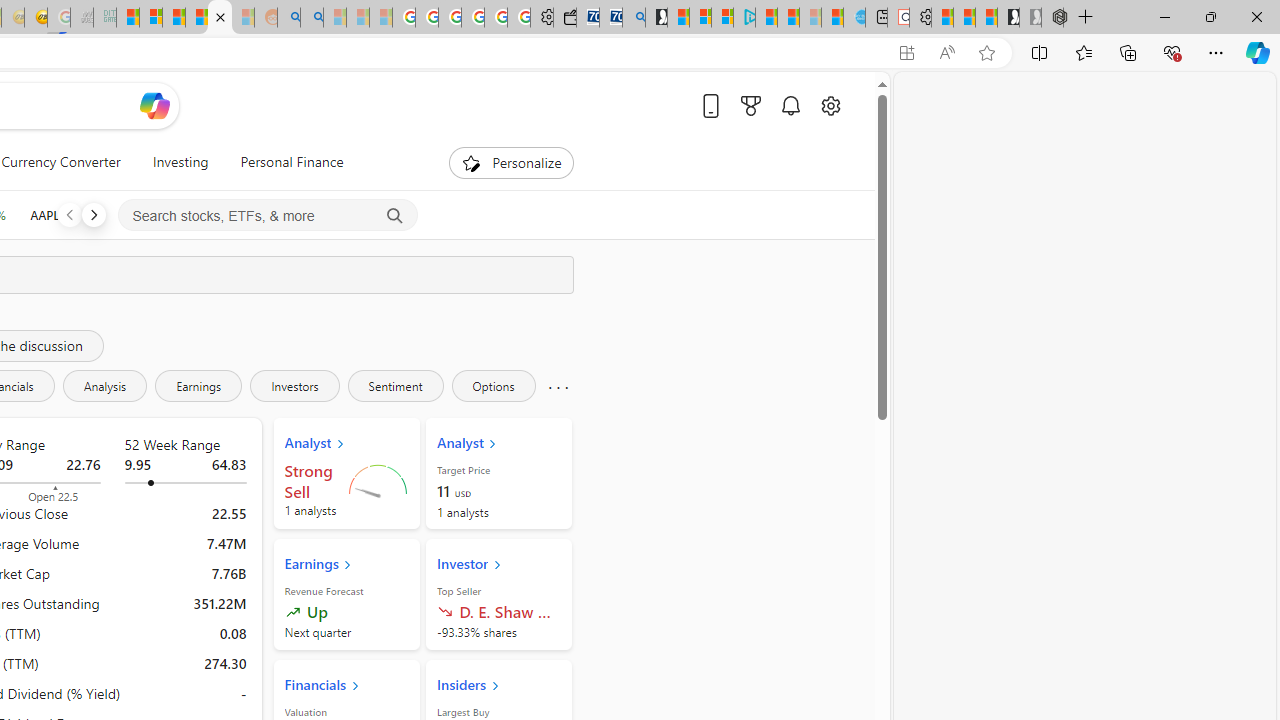  What do you see at coordinates (75, 214) in the screenshot?
I see `'AAPL APPLE INC. decrease 224.53 -1.87 -0.83%'` at bounding box center [75, 214].